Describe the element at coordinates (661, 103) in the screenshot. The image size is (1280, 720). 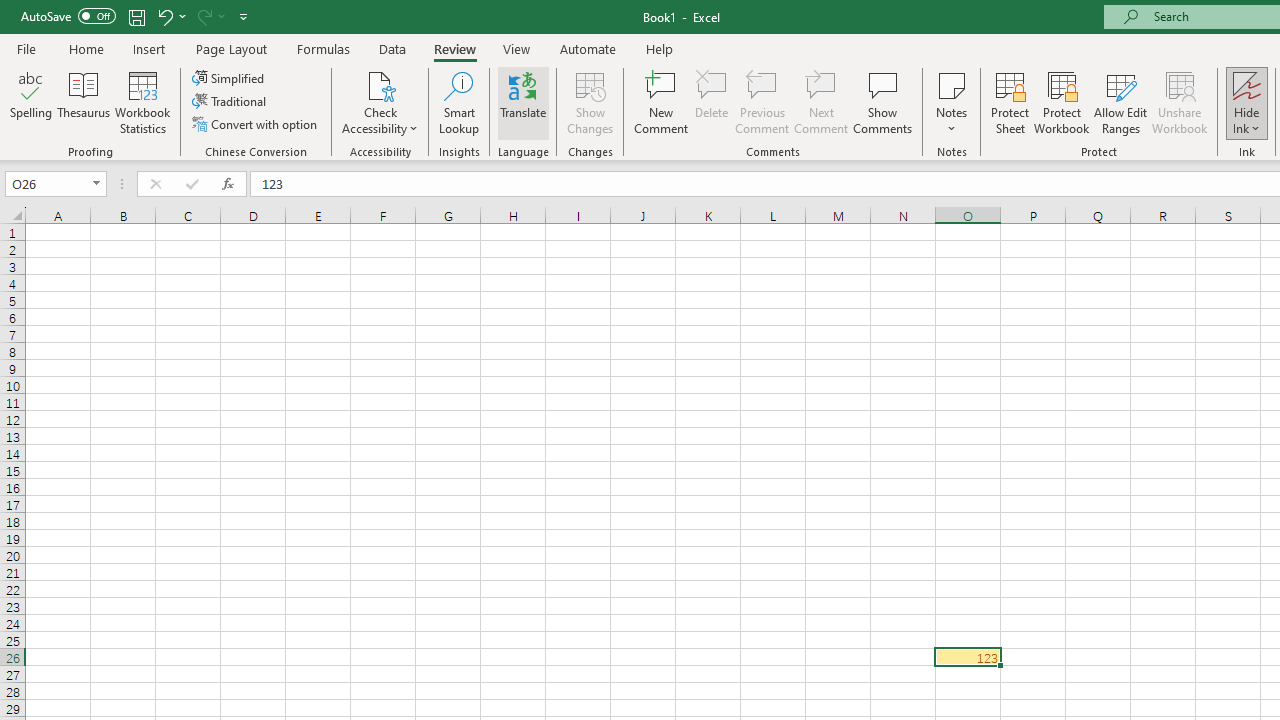
I see `'New Comment'` at that location.